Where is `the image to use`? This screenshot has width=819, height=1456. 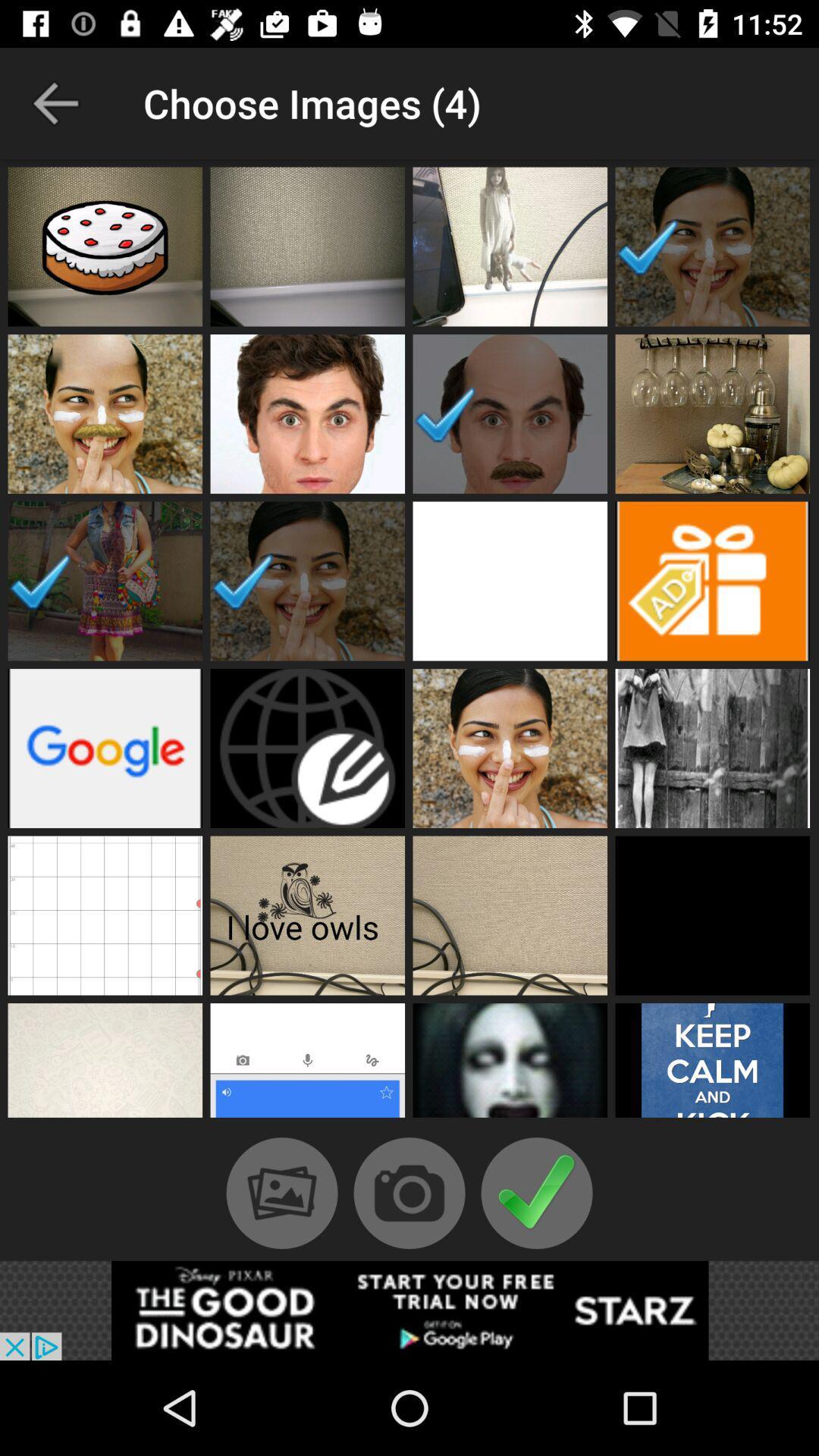 the image to use is located at coordinates (307, 1063).